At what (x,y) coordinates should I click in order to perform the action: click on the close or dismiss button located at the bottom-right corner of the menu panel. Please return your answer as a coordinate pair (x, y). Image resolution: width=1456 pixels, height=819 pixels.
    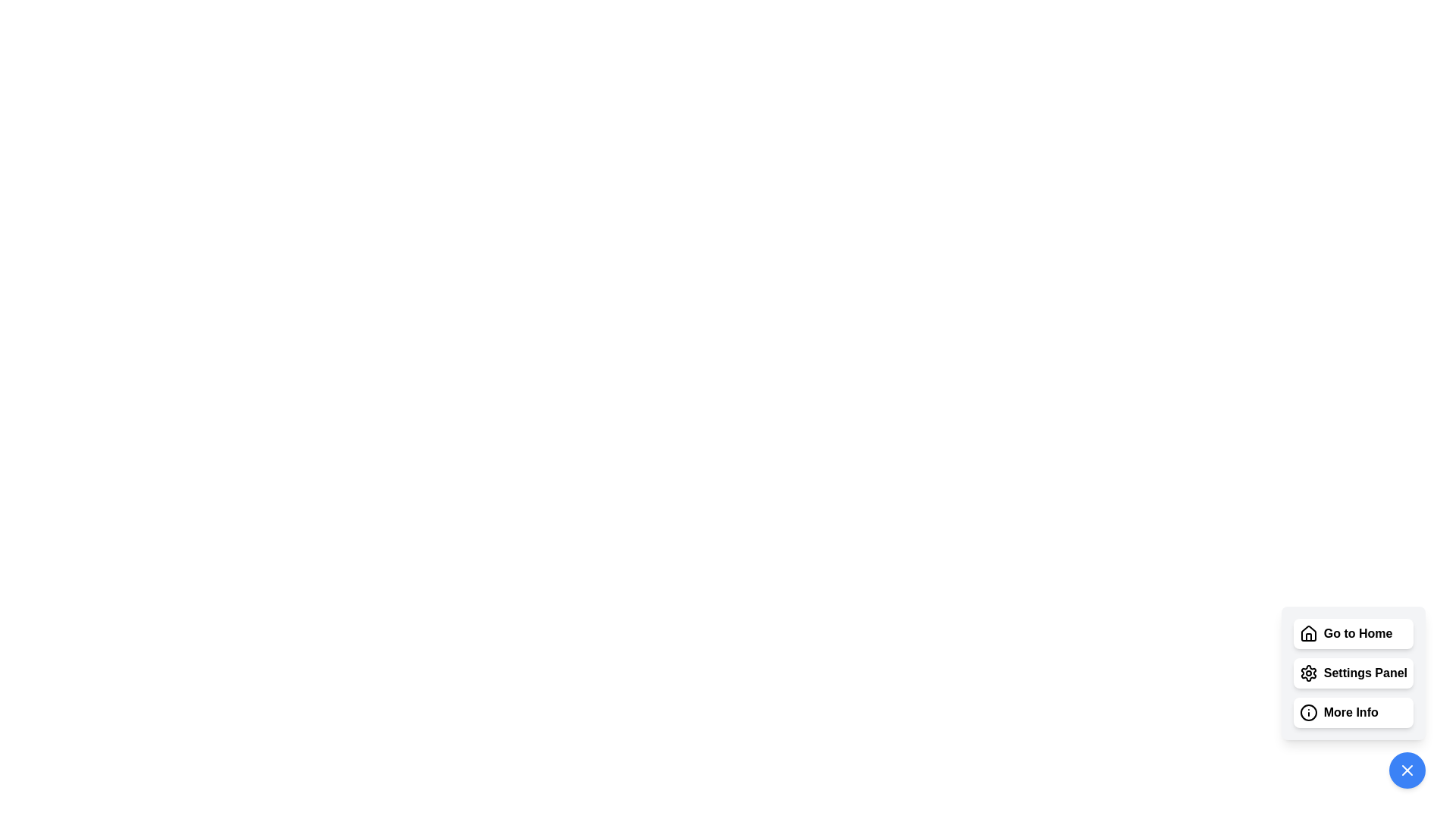
    Looking at the image, I should click on (1407, 770).